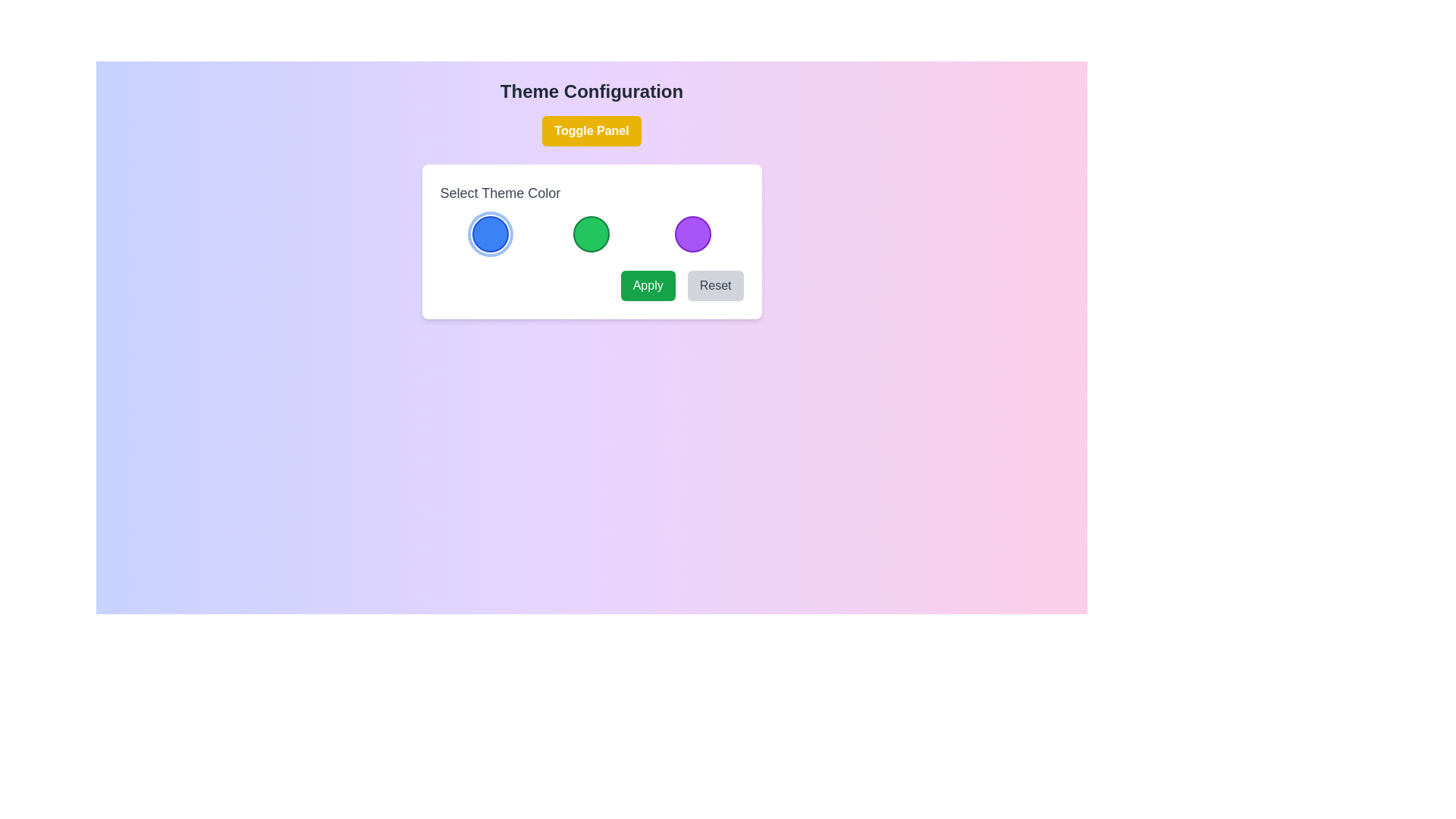 Image resolution: width=1456 pixels, height=819 pixels. Describe the element at coordinates (692, 234) in the screenshot. I see `the third button in the horizontal group of theme color selectors to perform keyboard interaction` at that location.